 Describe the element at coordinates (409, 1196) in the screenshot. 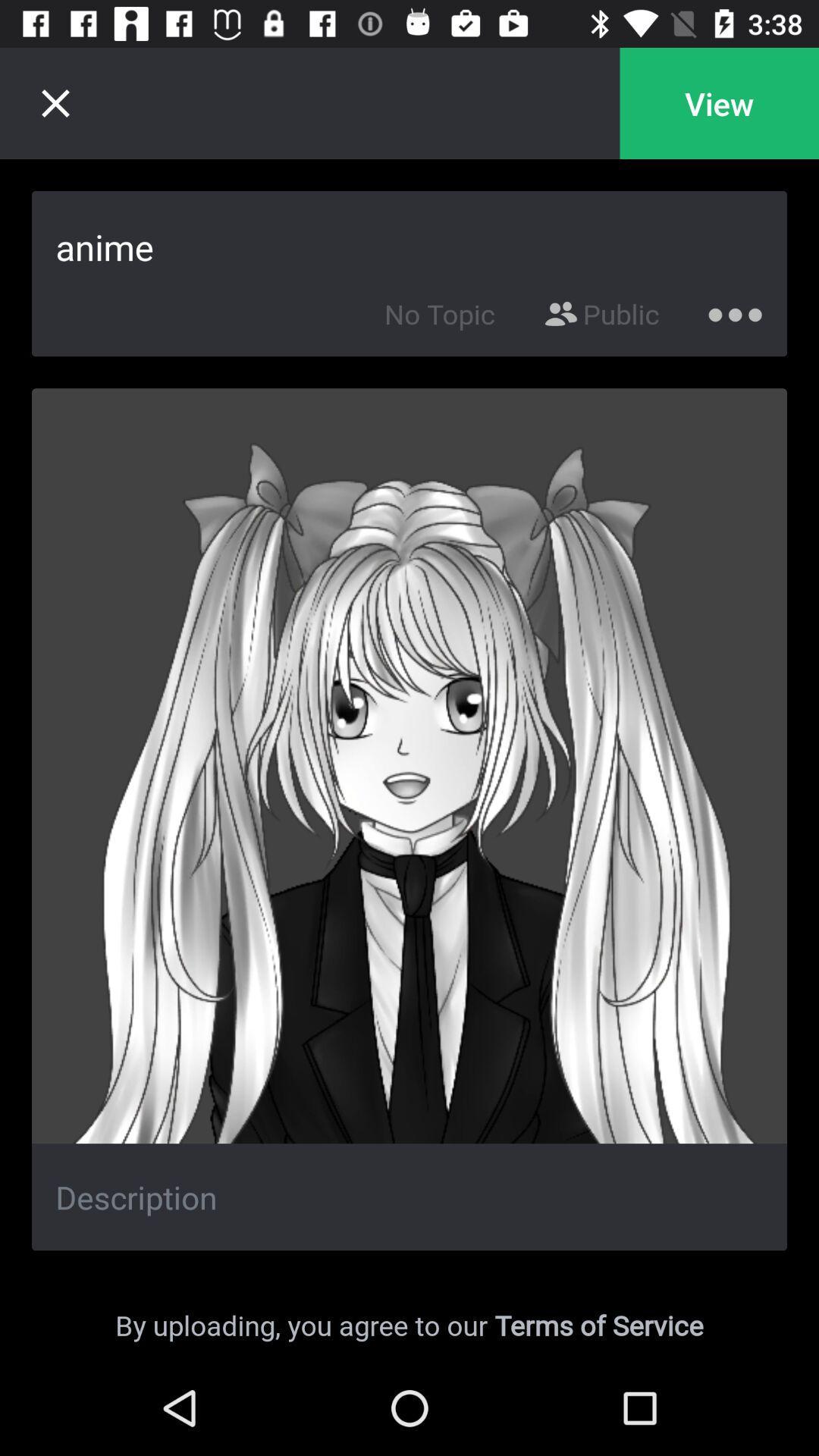

I see `write description` at that location.